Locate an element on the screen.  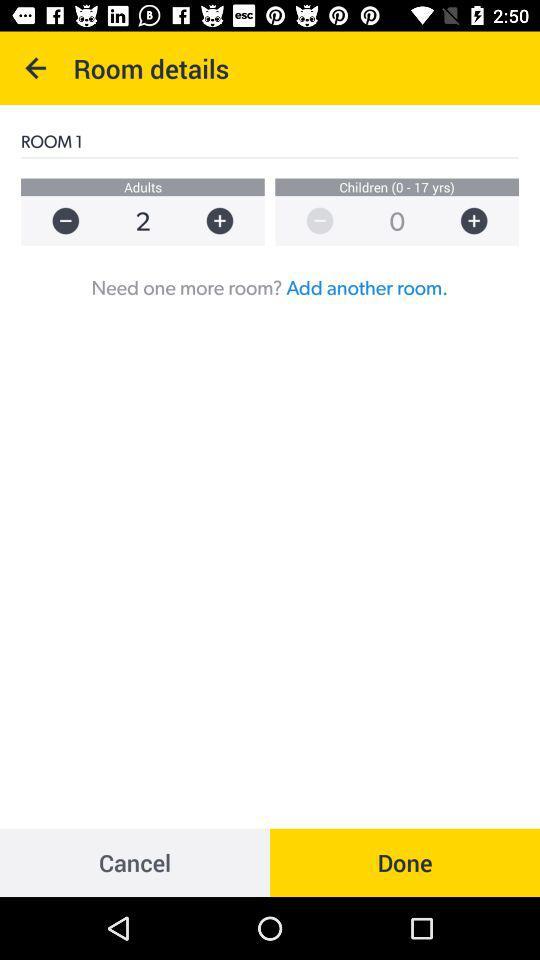
the icon to the right of cancel is located at coordinates (405, 861).